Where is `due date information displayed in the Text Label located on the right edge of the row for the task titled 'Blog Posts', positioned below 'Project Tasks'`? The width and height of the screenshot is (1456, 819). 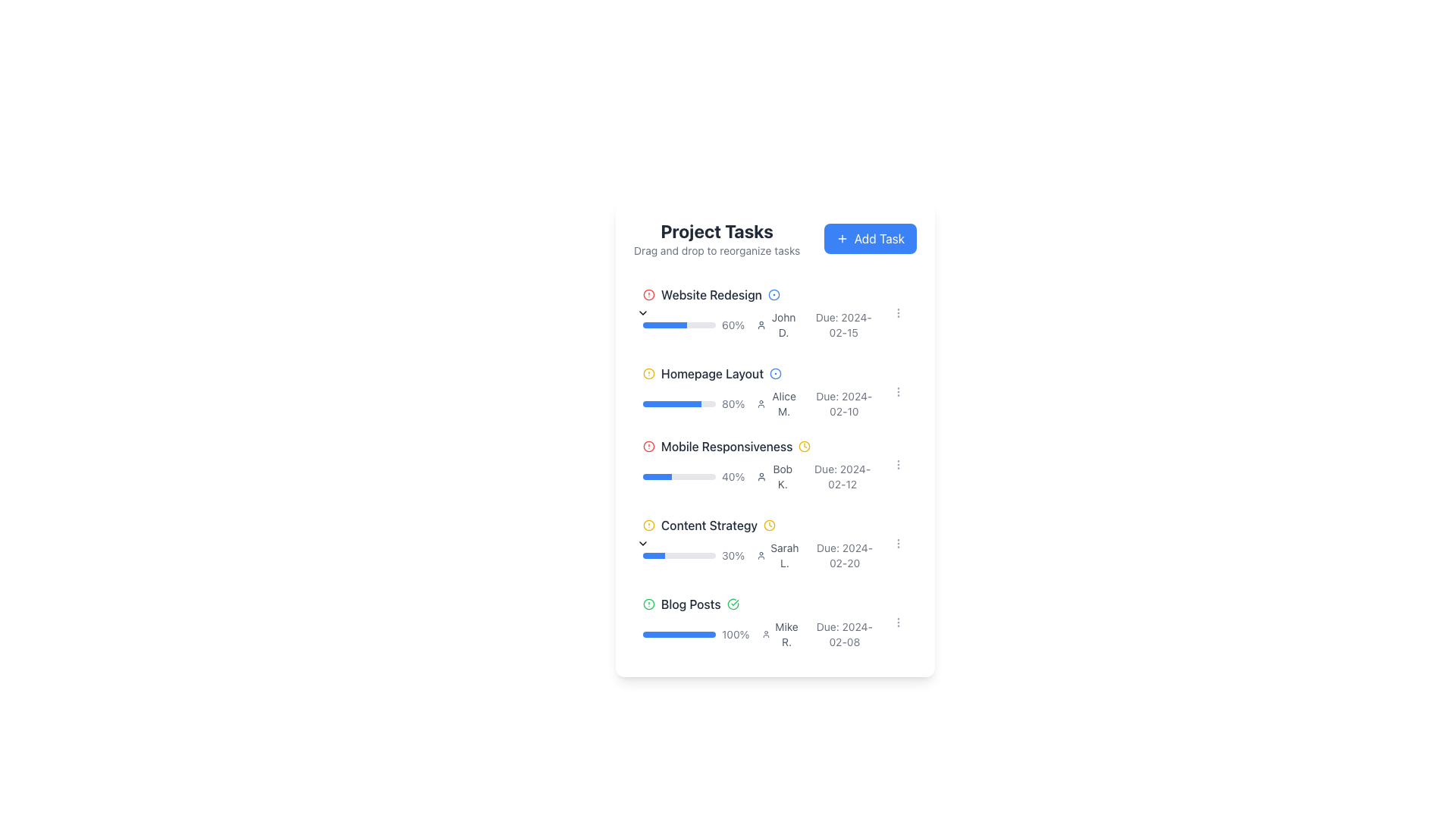 due date information displayed in the Text Label located on the right edge of the row for the task titled 'Blog Posts', positioned below 'Project Tasks' is located at coordinates (843, 635).